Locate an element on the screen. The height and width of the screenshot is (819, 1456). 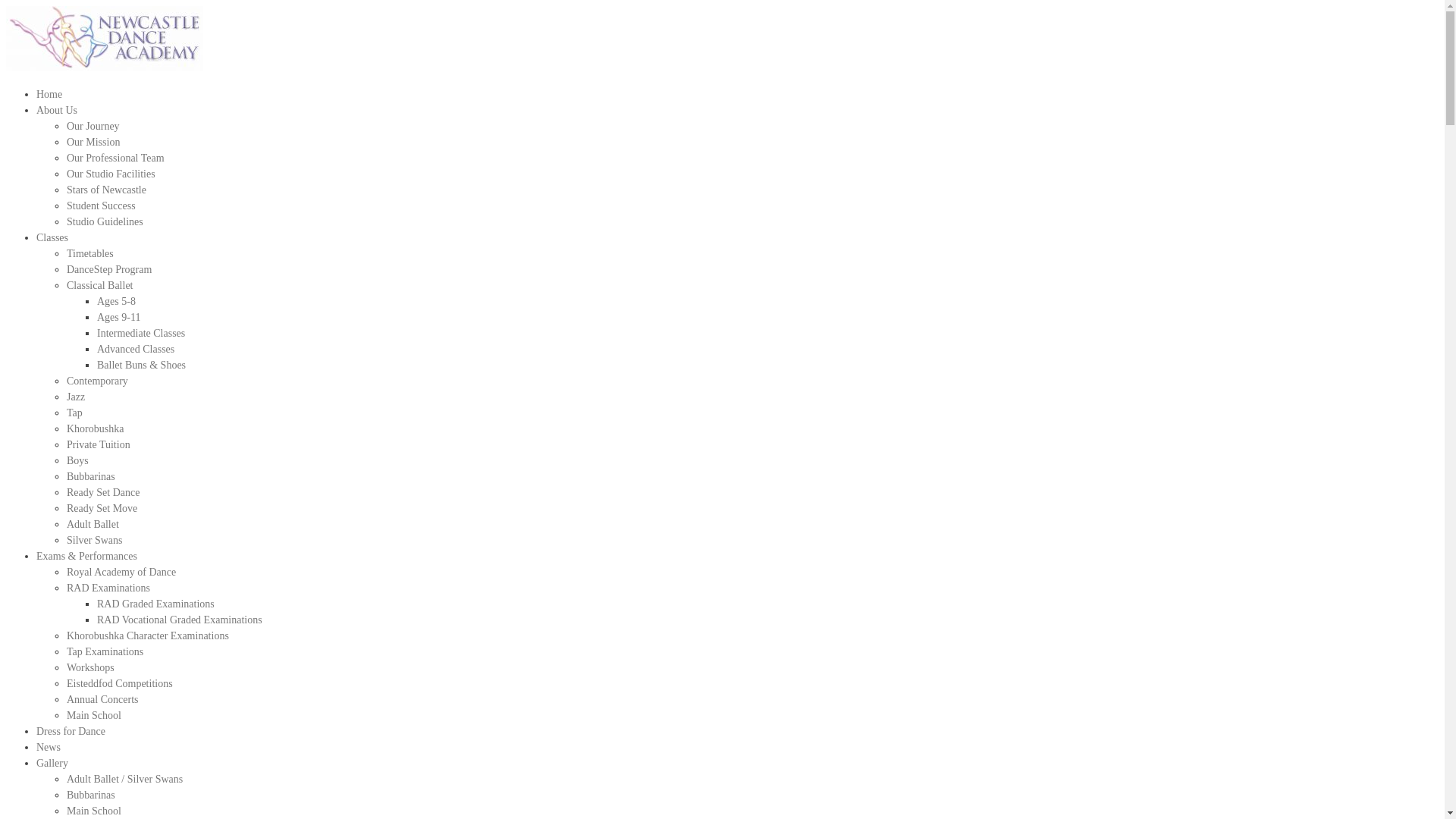
'Adult Ballet' is located at coordinates (92, 523).